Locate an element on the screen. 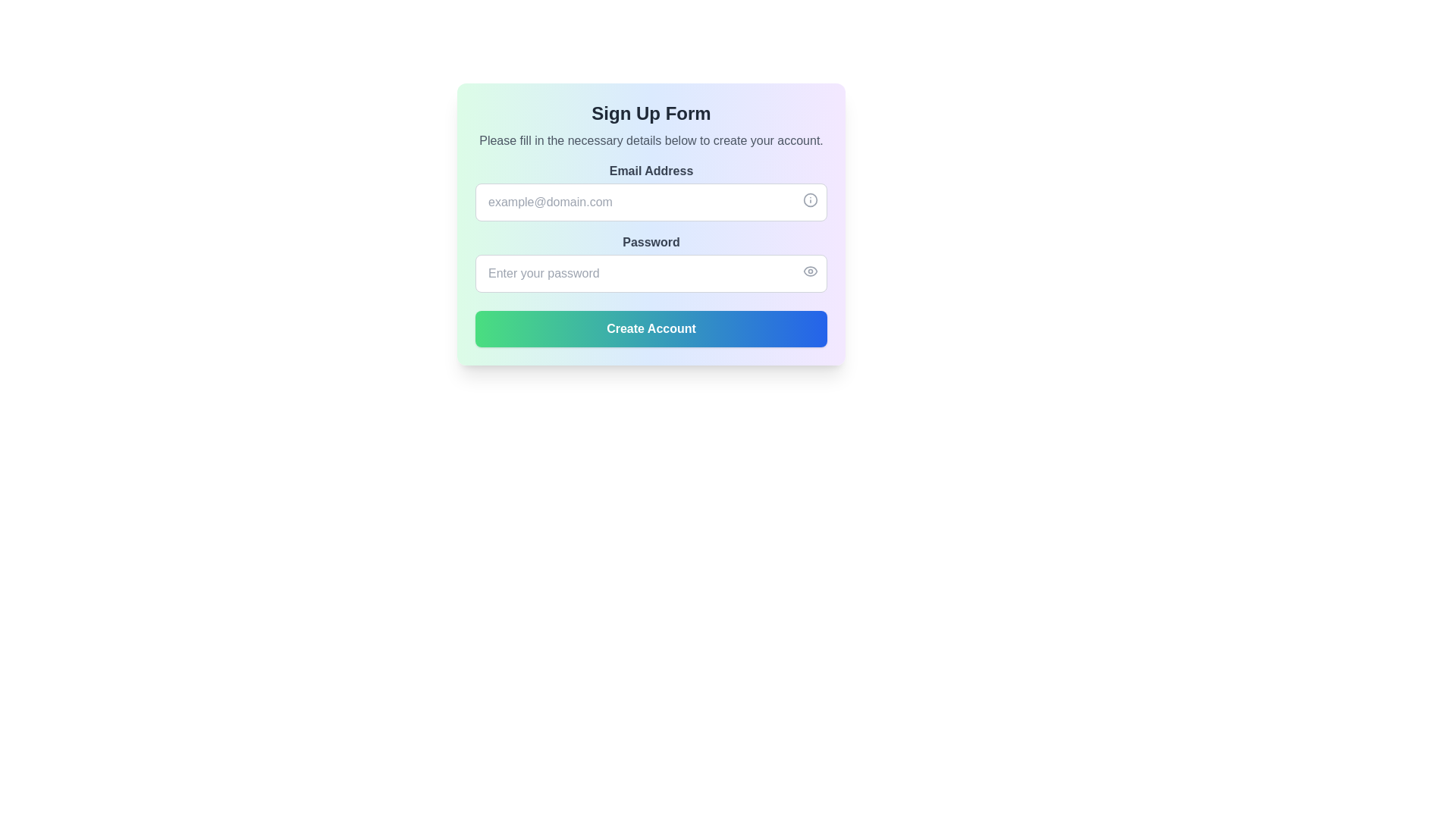 This screenshot has width=1456, height=819. the circular SVG decorative component positioned at the rightmost side of the 'Email Address' input field is located at coordinates (810, 199).